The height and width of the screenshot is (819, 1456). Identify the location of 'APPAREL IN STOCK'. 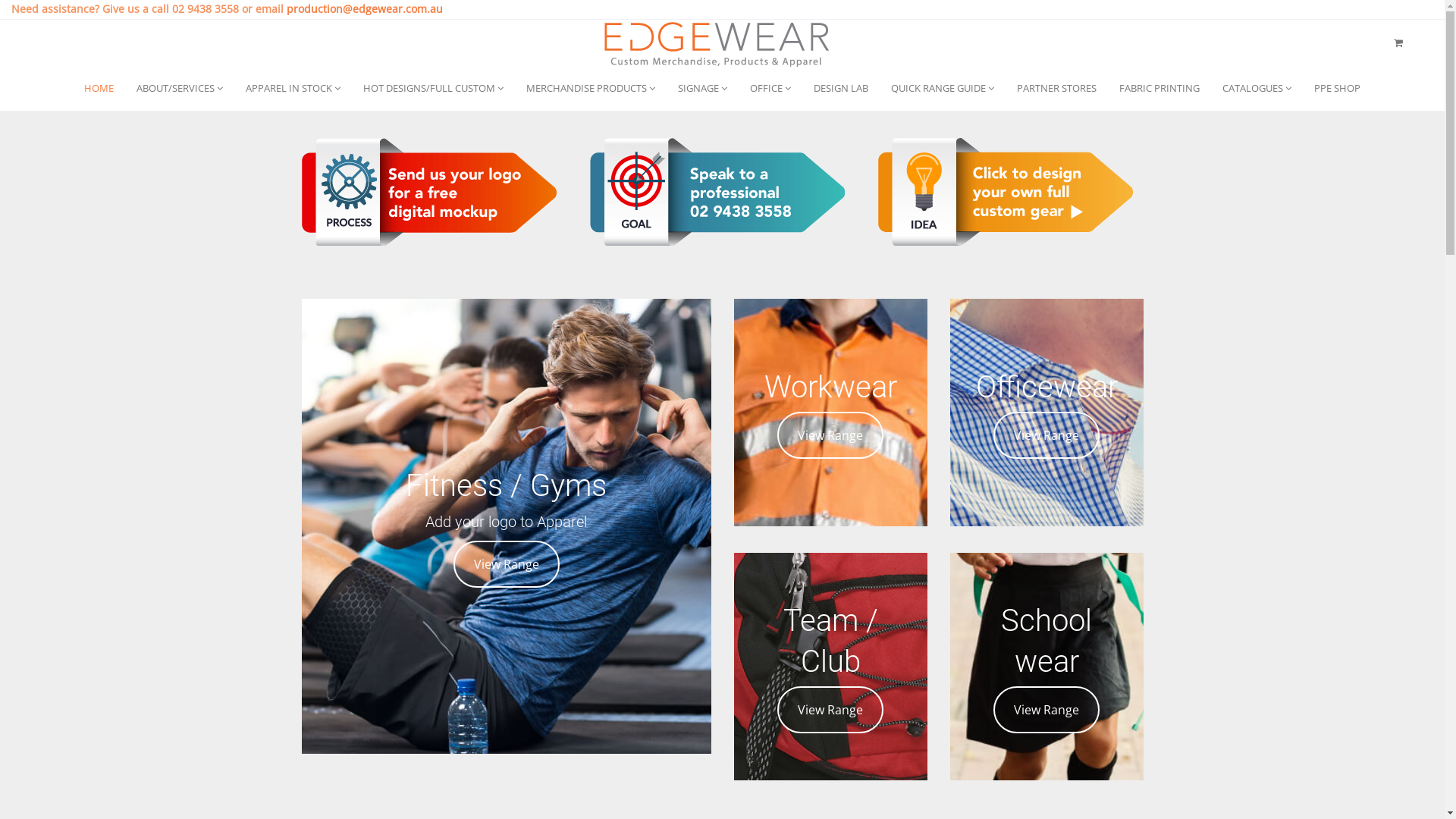
(293, 87).